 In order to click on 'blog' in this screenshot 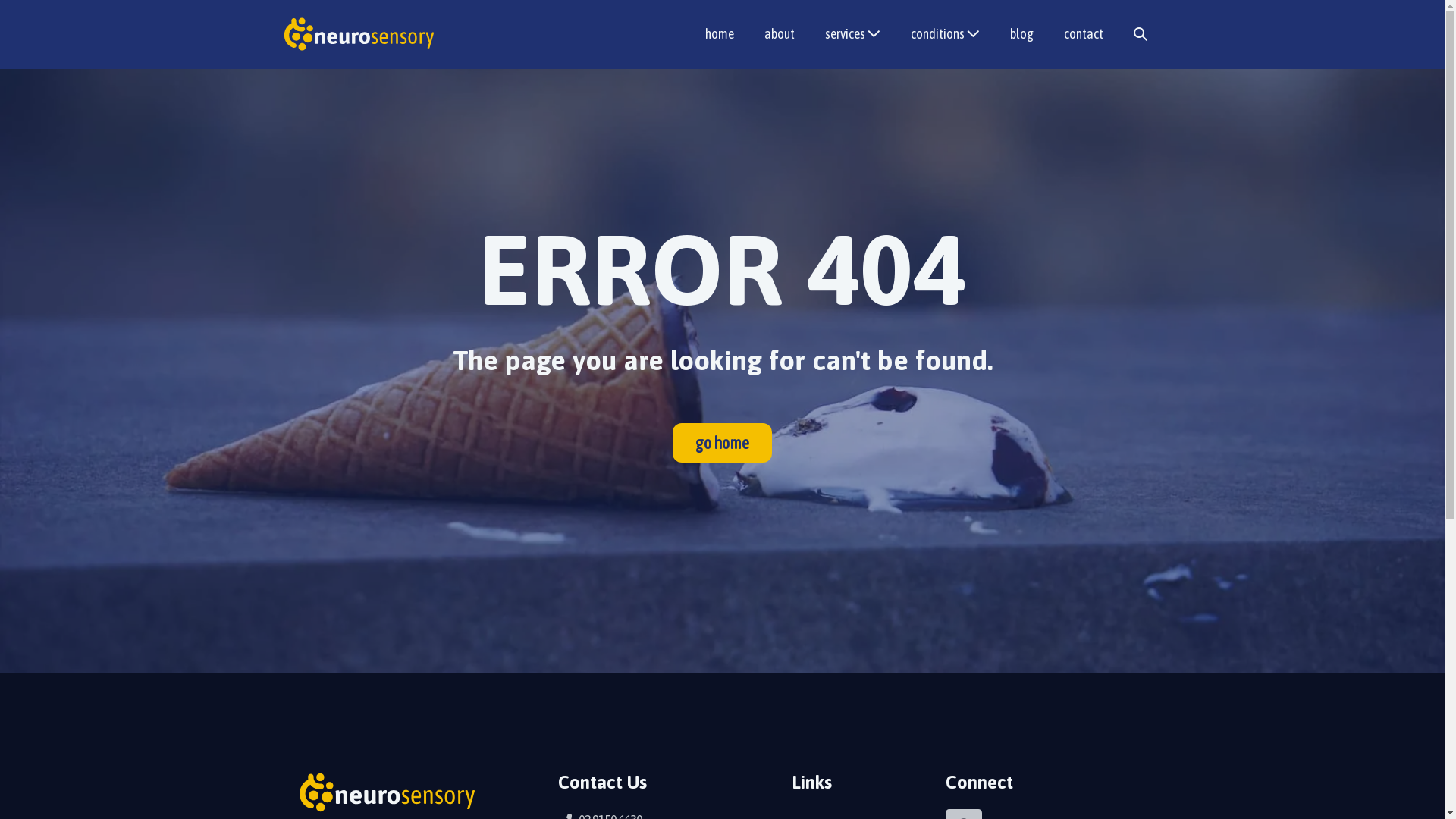, I will do `click(994, 34)`.